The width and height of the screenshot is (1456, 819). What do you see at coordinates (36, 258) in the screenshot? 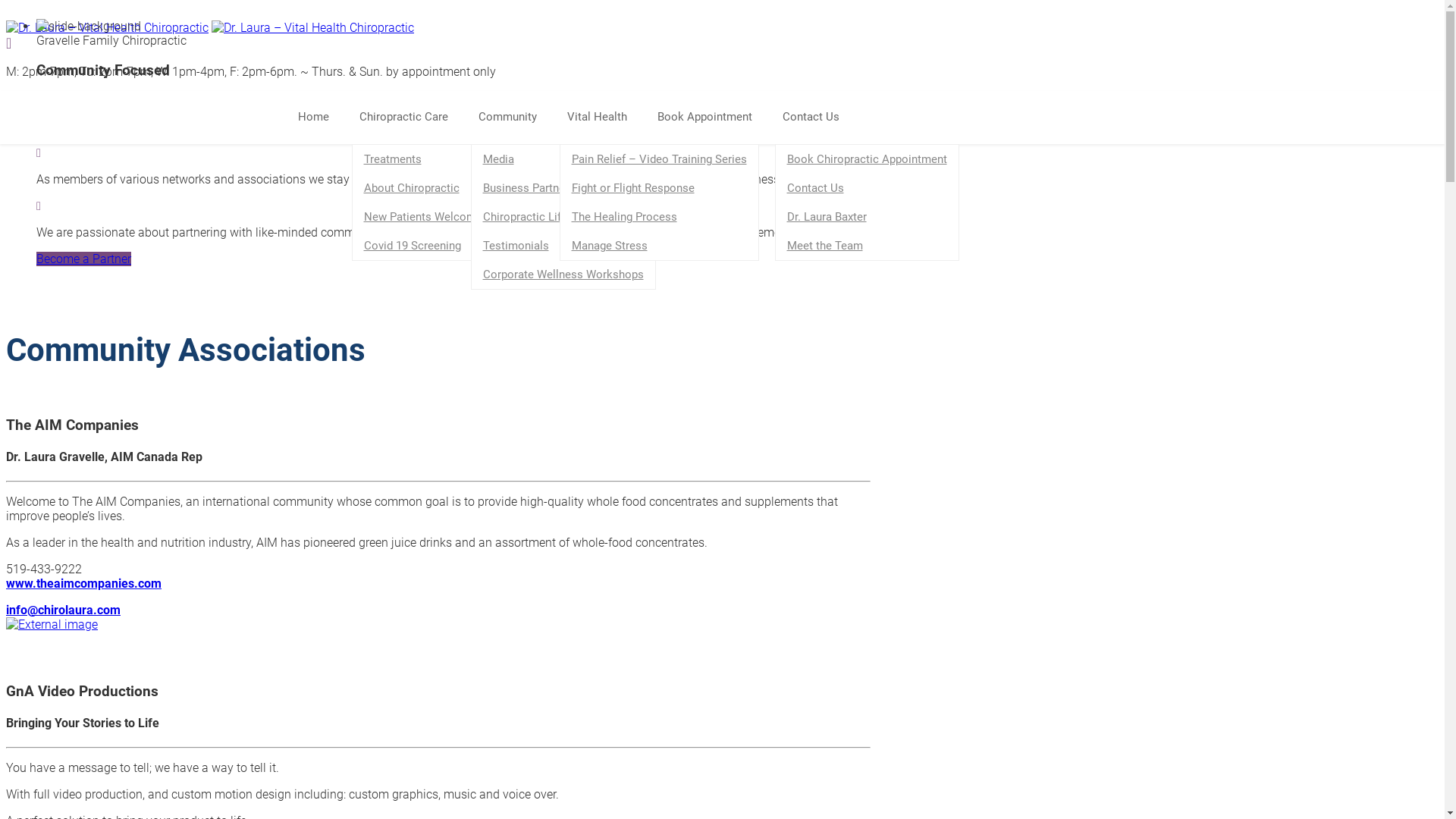
I see `'Become a Partner'` at bounding box center [36, 258].